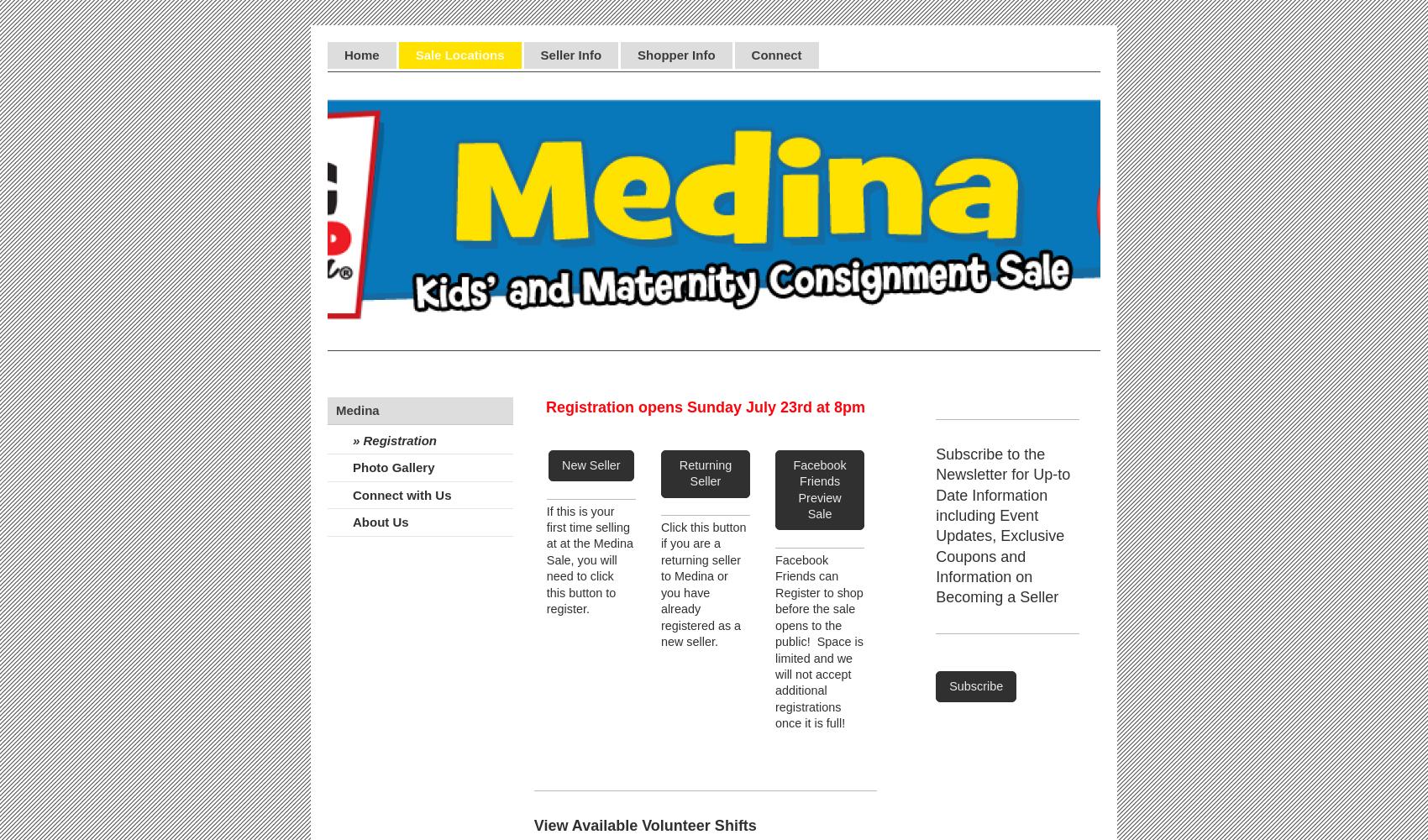 This screenshot has height=840, width=1428. I want to click on 'If this is your first time selling at at the Medina Sale, you will need to click this button to register.', so click(589, 559).